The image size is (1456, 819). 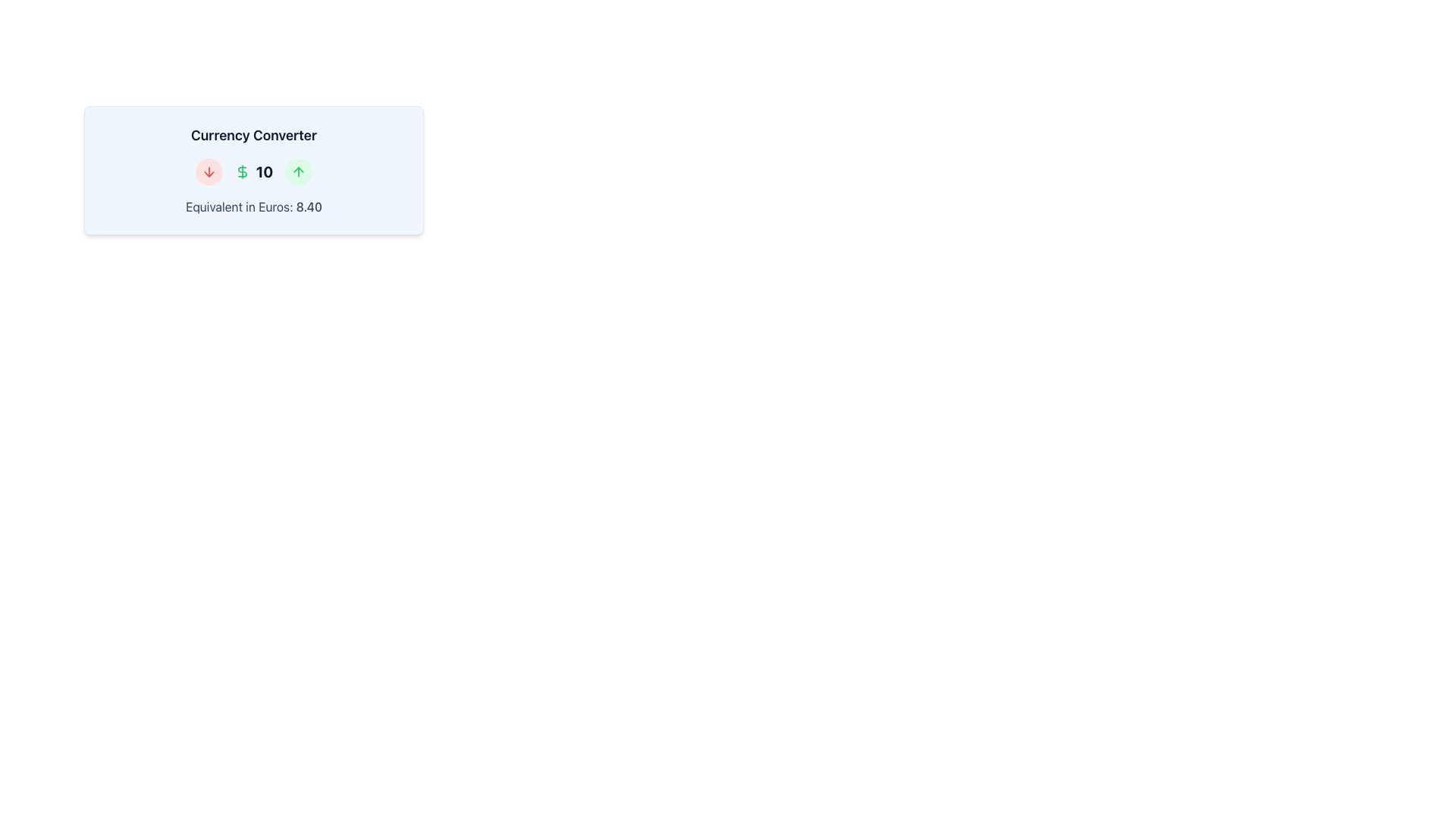 What do you see at coordinates (254, 171) in the screenshot?
I see `the numeric value display element in the currency converter that shows the current or selected monetary amount, positioned centrally between the downward red arrow button and the upward green arrow button` at bounding box center [254, 171].